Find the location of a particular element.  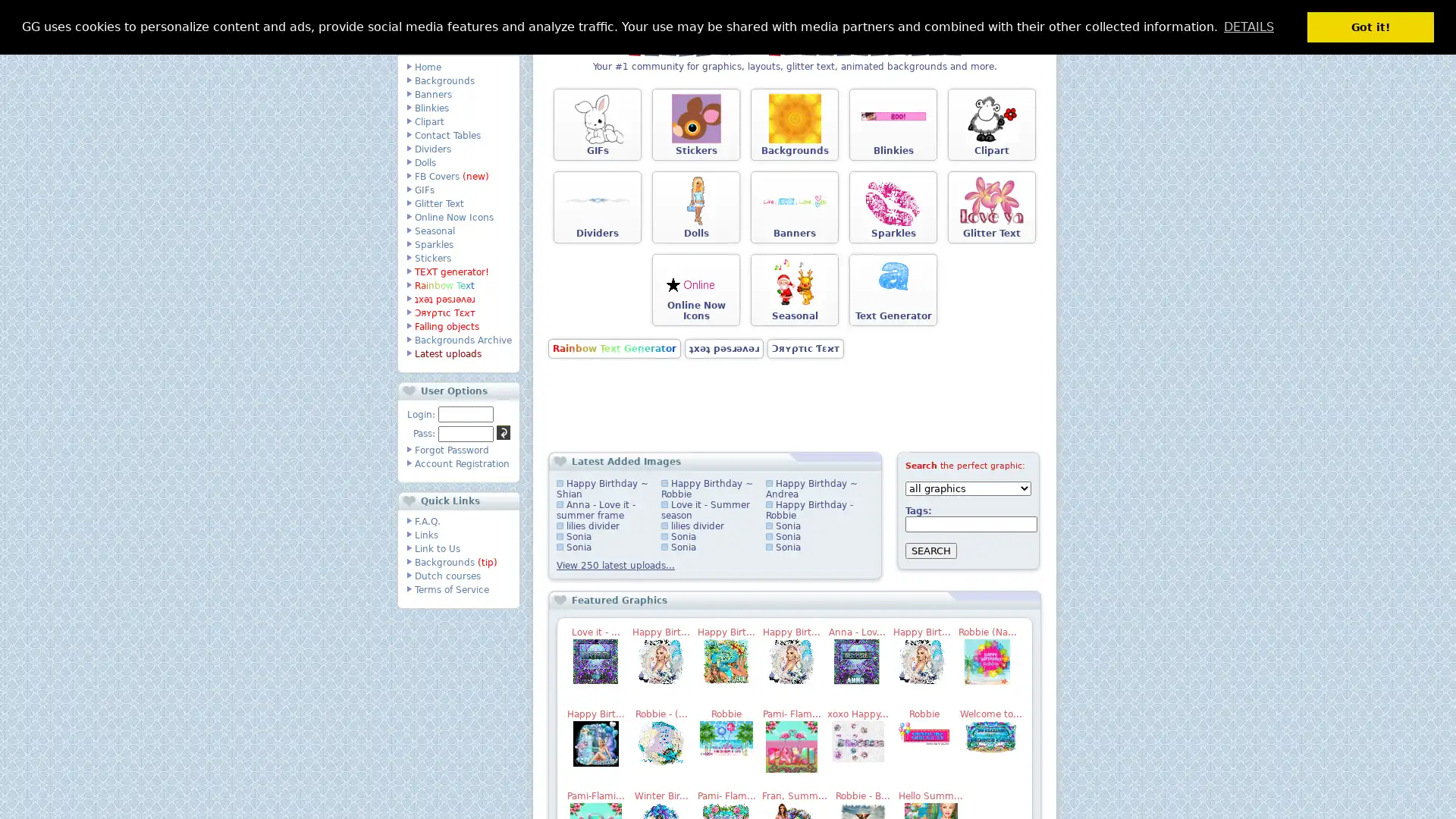

dismiss cookie message is located at coordinates (1370, 27).